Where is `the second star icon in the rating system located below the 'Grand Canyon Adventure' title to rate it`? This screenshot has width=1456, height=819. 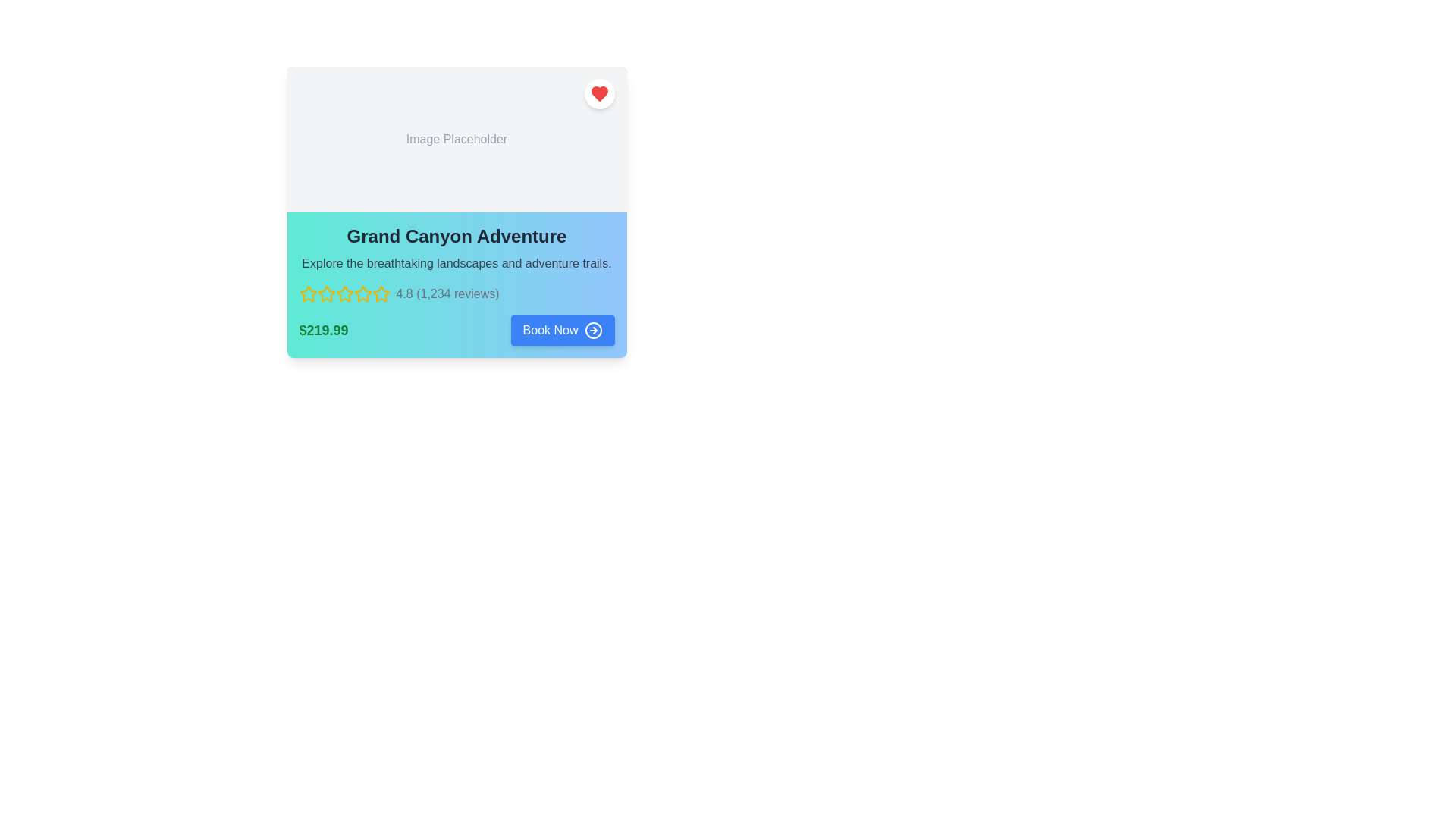 the second star icon in the rating system located below the 'Grand Canyon Adventure' title to rate it is located at coordinates (344, 293).